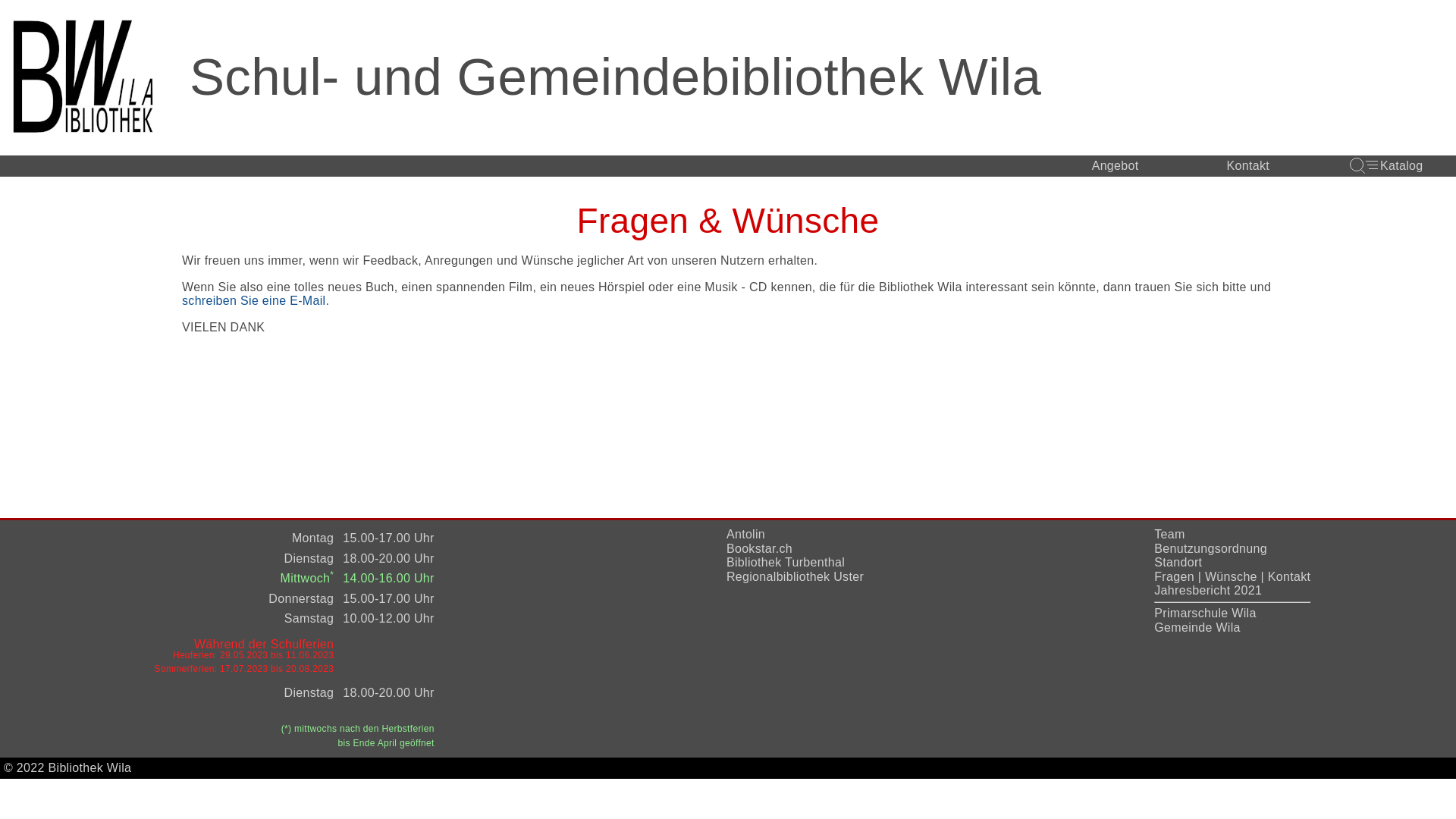 The image size is (1456, 819). I want to click on 'schreiben Sie eine E-Mail', so click(253, 301).